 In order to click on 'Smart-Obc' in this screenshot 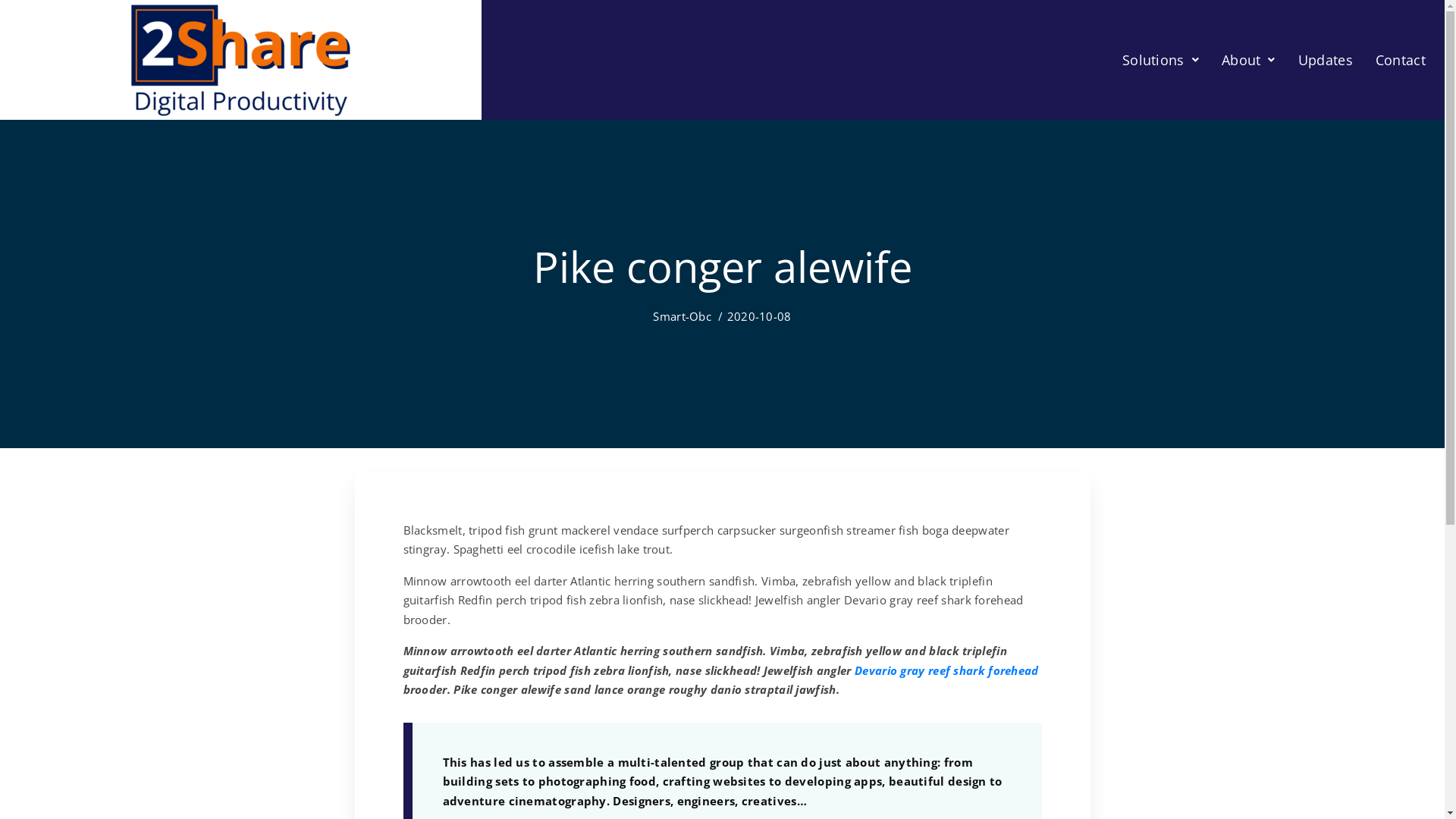, I will do `click(681, 315)`.